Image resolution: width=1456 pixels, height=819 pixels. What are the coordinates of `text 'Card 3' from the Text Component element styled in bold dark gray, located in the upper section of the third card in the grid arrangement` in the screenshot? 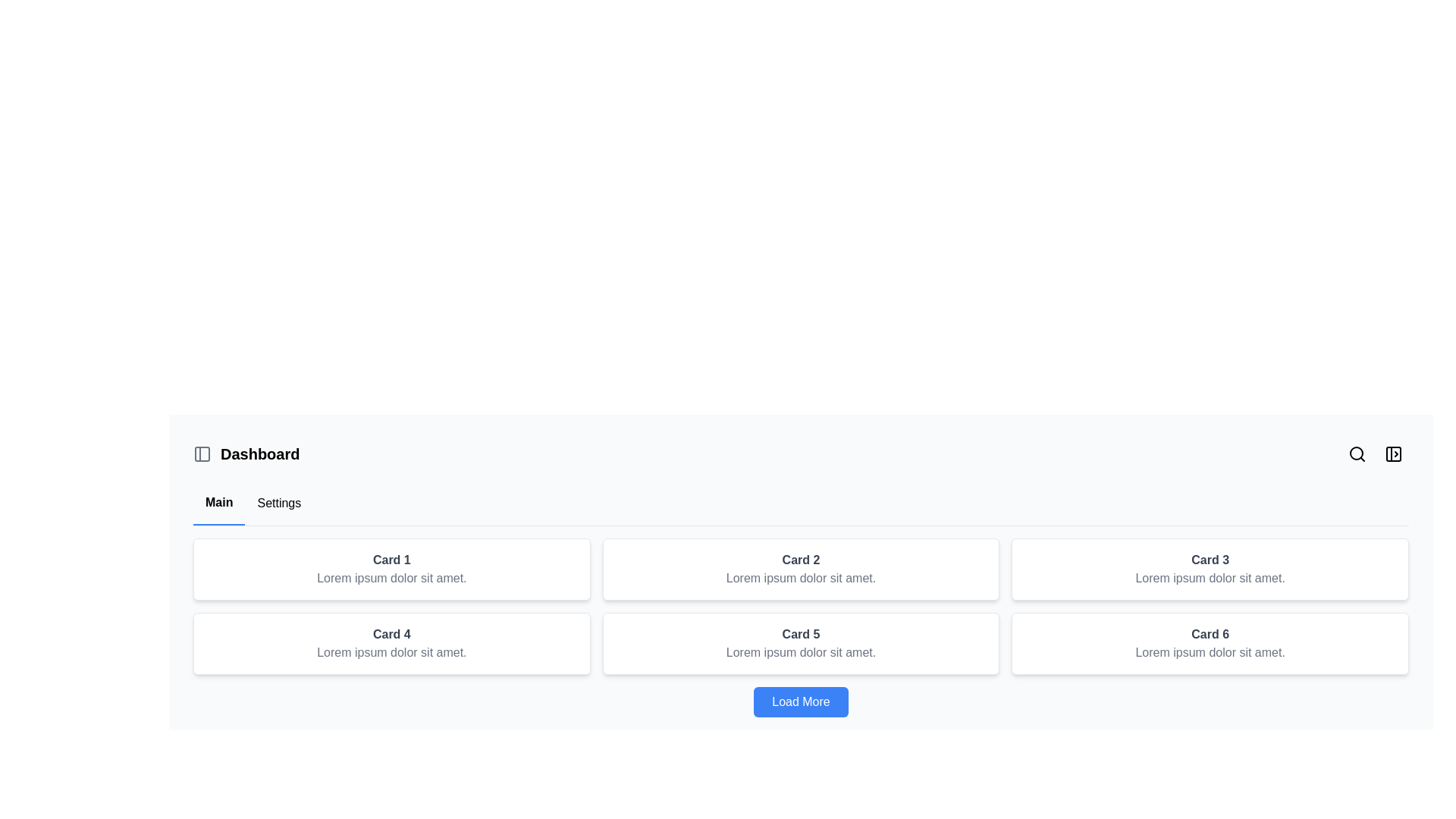 It's located at (1210, 560).